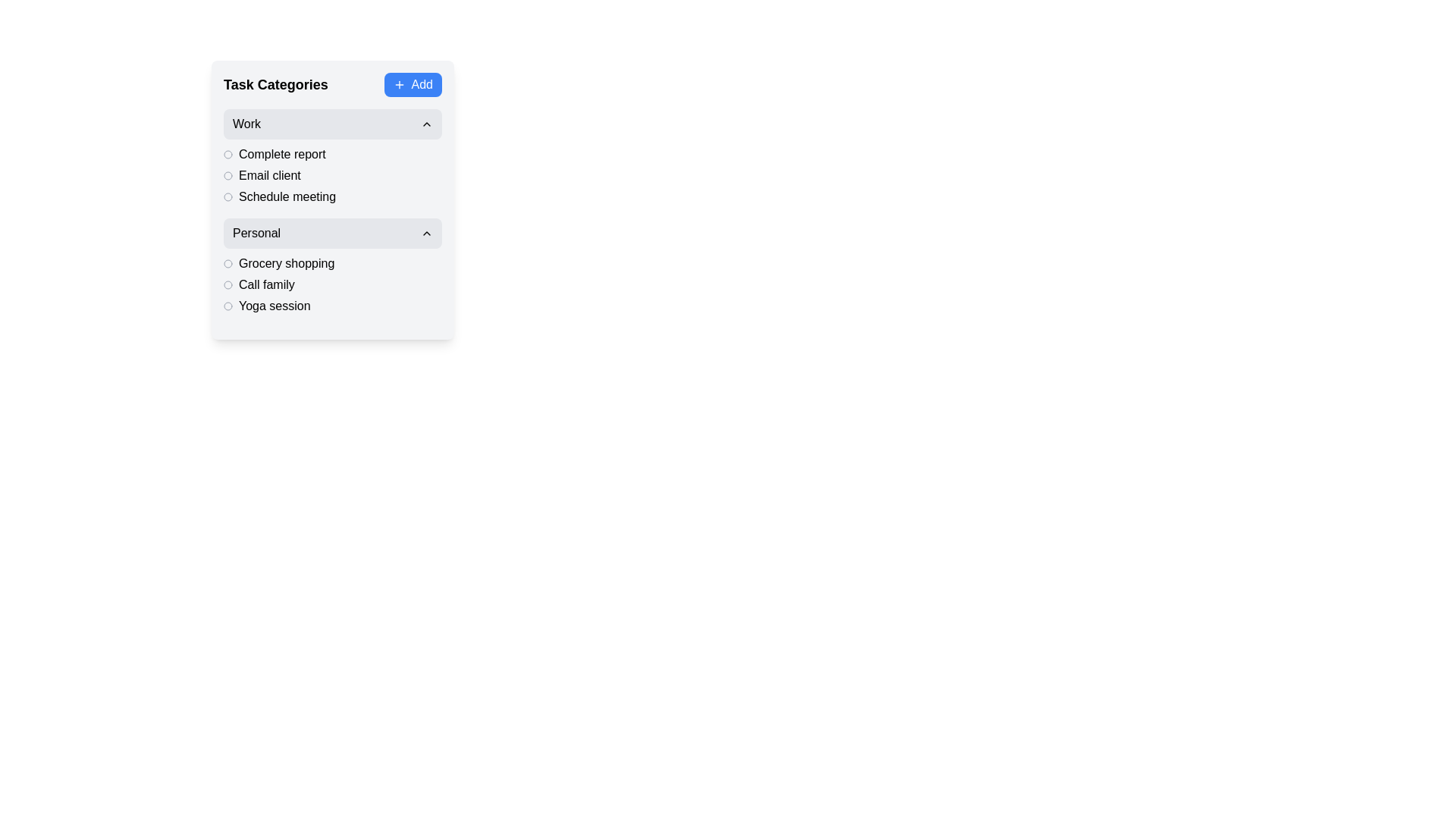 Image resolution: width=1456 pixels, height=819 pixels. I want to click on the Text label that serves as a reference for tasks, specifically located under the 'Work' category as the third item in the list of 'Task Categories', so click(287, 196).